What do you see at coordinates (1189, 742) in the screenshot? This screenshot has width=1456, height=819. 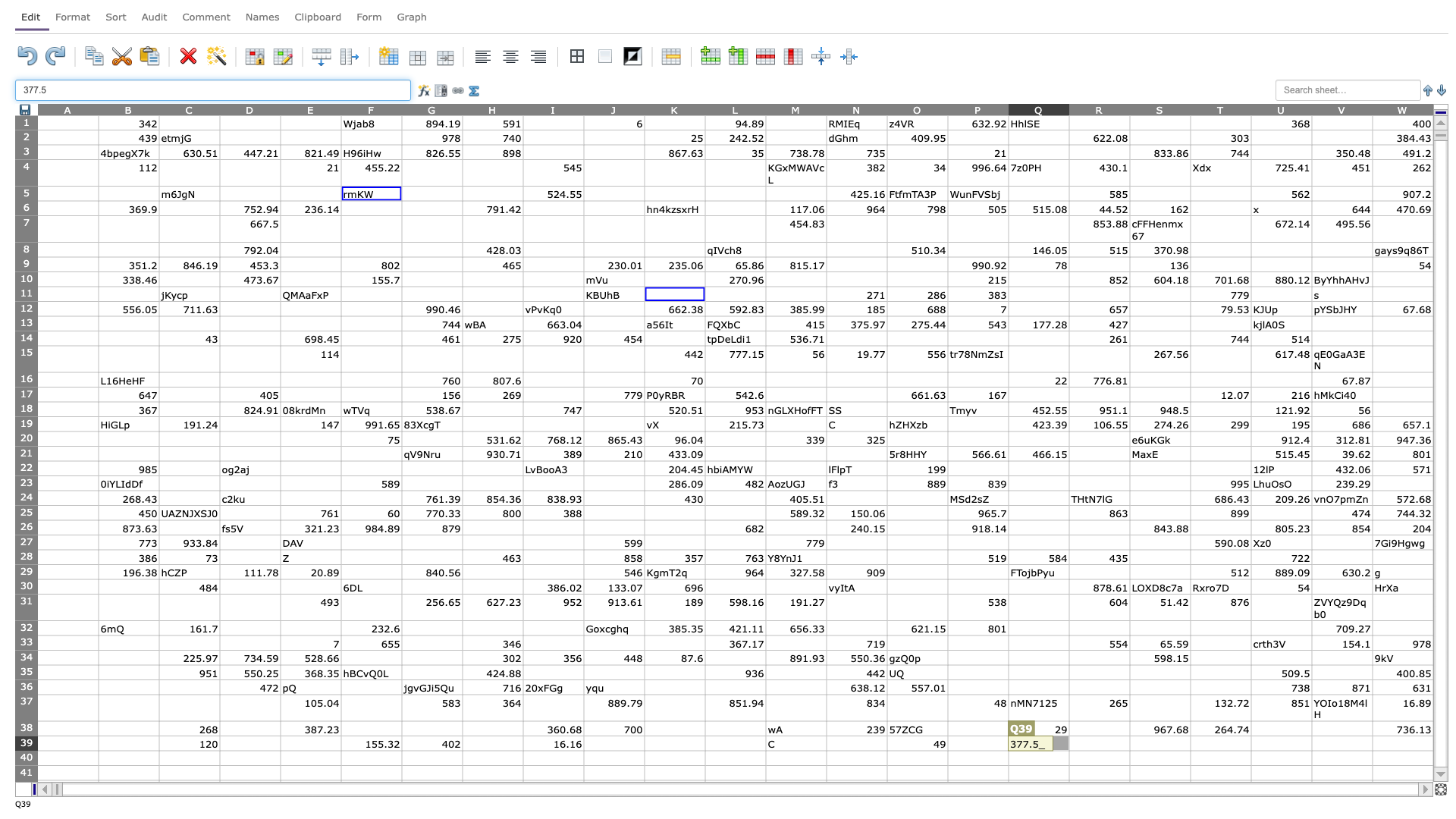 I see `left edge of cell T39` at bounding box center [1189, 742].